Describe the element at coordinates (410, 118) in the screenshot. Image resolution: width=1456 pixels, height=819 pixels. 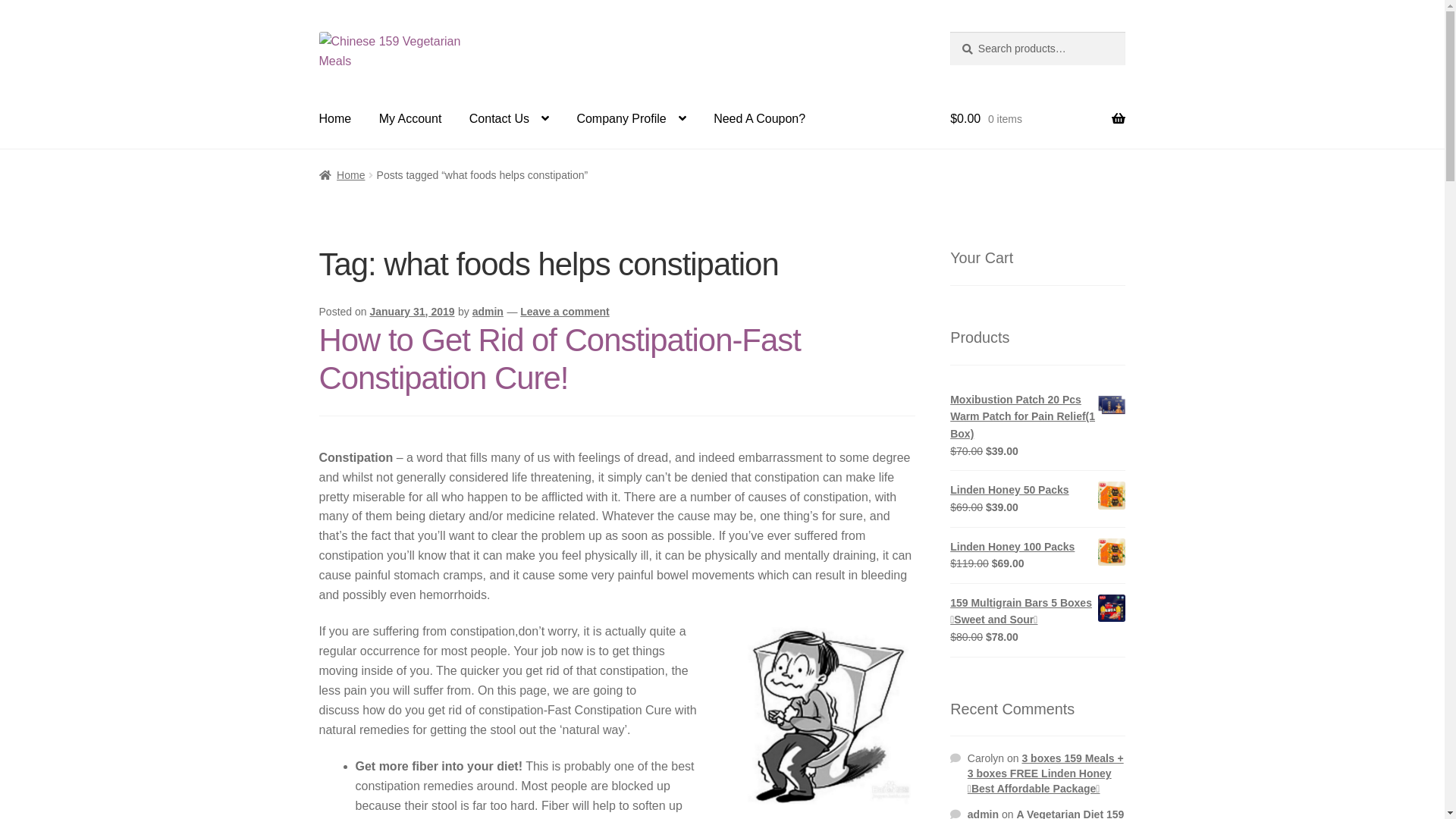
I see `'My Account'` at that location.